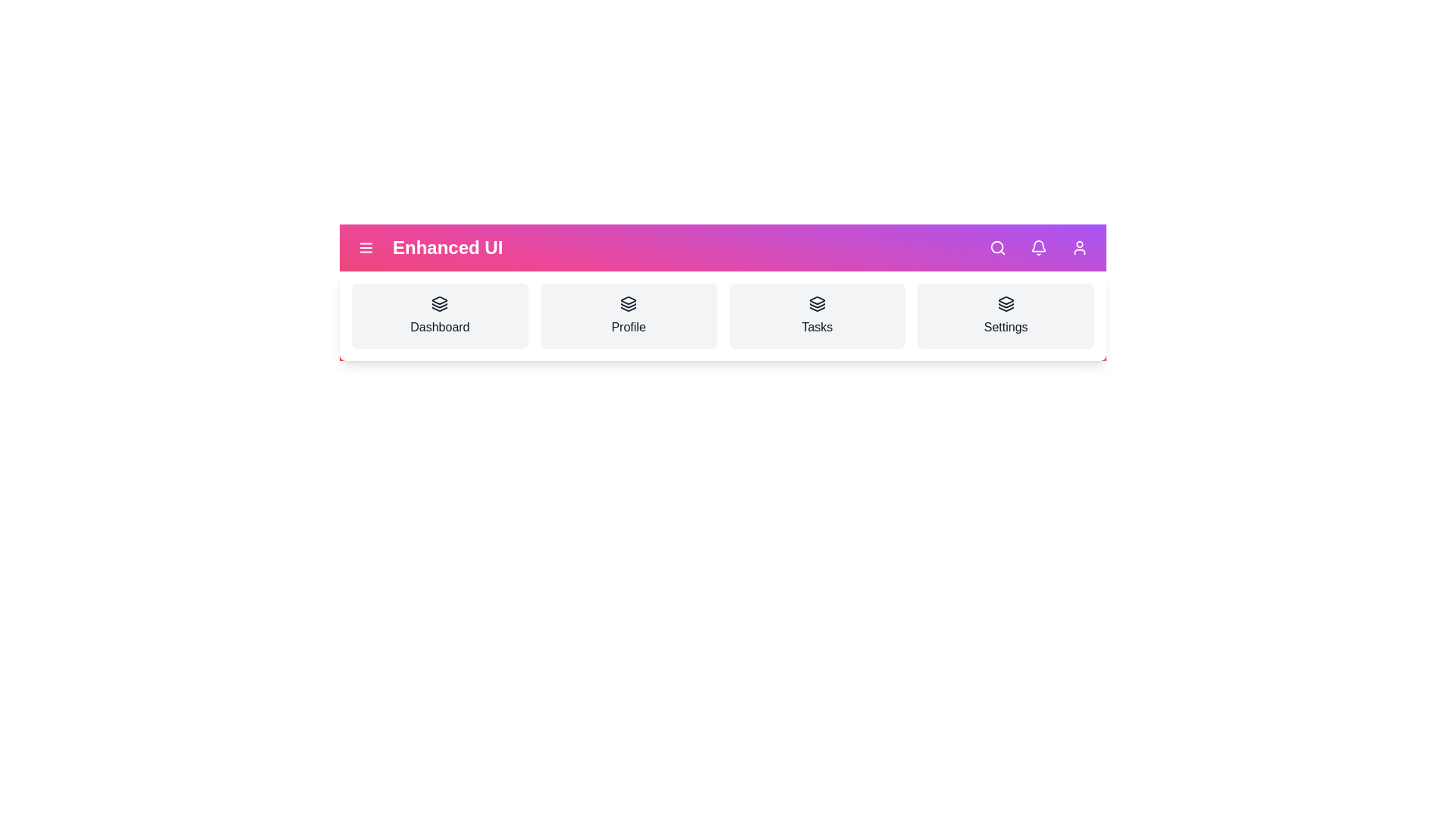 The image size is (1456, 819). Describe the element at coordinates (997, 247) in the screenshot. I see `the search button located on the right side of the EnhancedAppBar` at that location.